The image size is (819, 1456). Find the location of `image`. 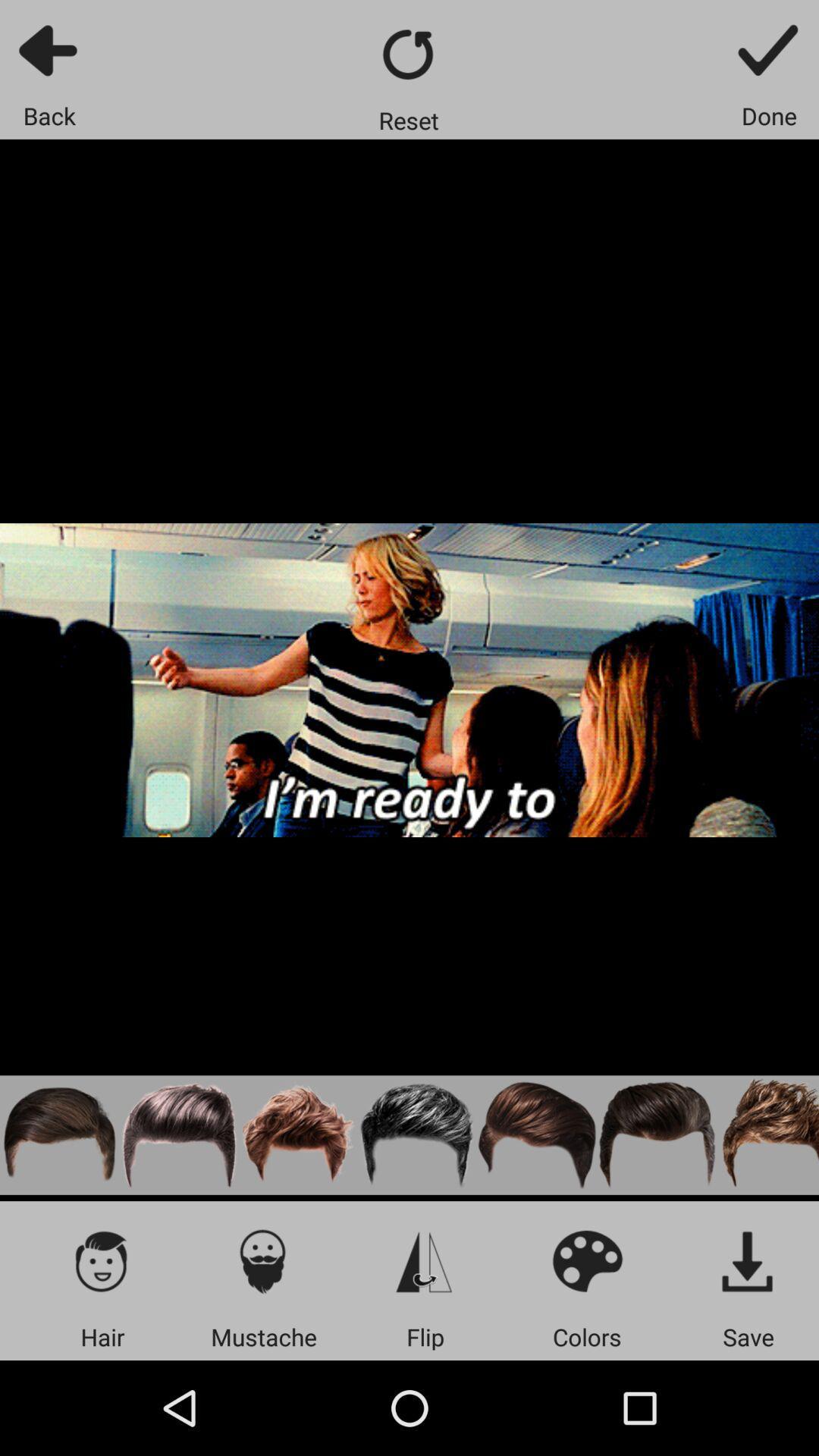

image is located at coordinates (748, 1260).